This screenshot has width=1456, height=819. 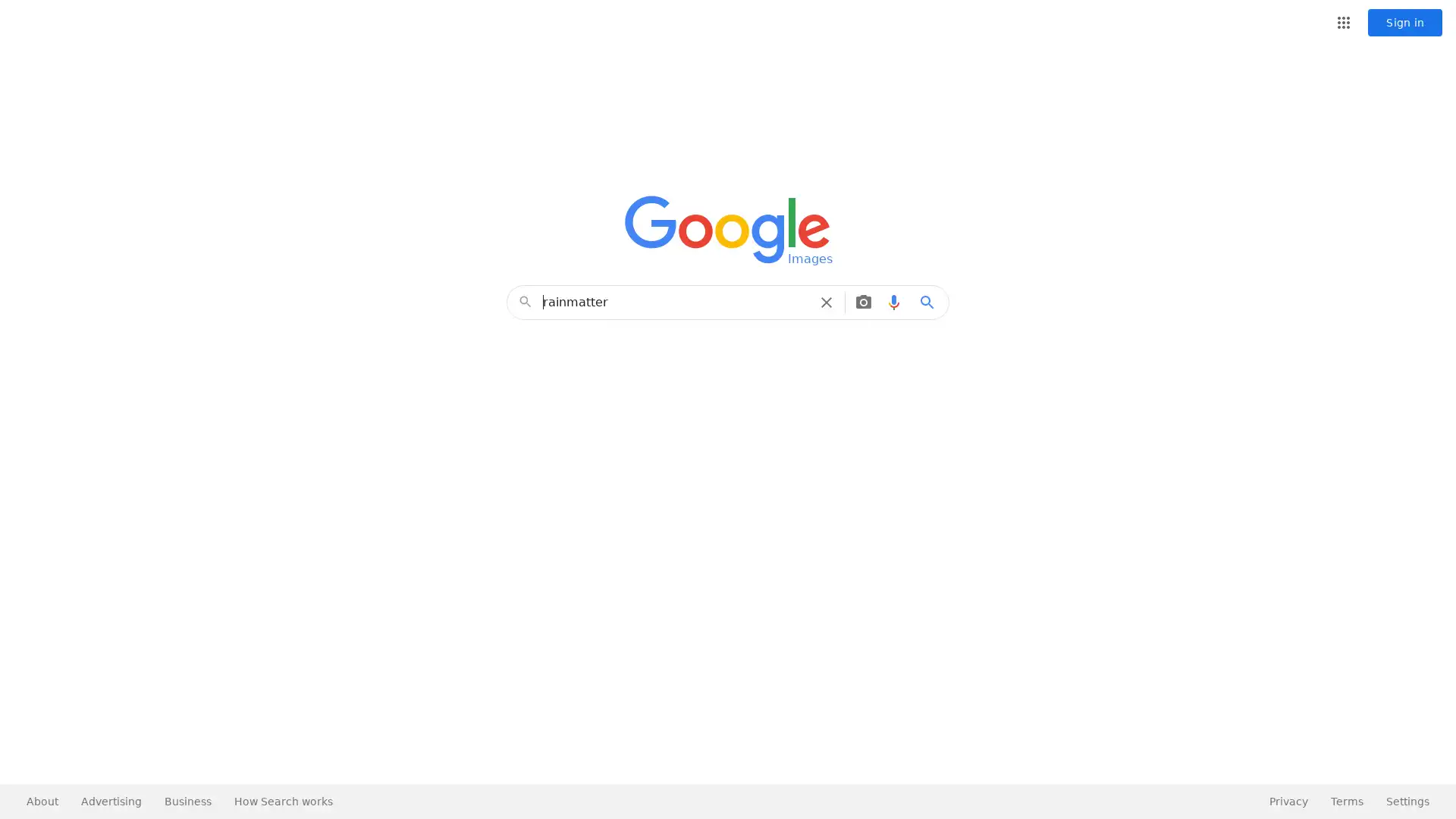 I want to click on Clear, so click(x=829, y=302).